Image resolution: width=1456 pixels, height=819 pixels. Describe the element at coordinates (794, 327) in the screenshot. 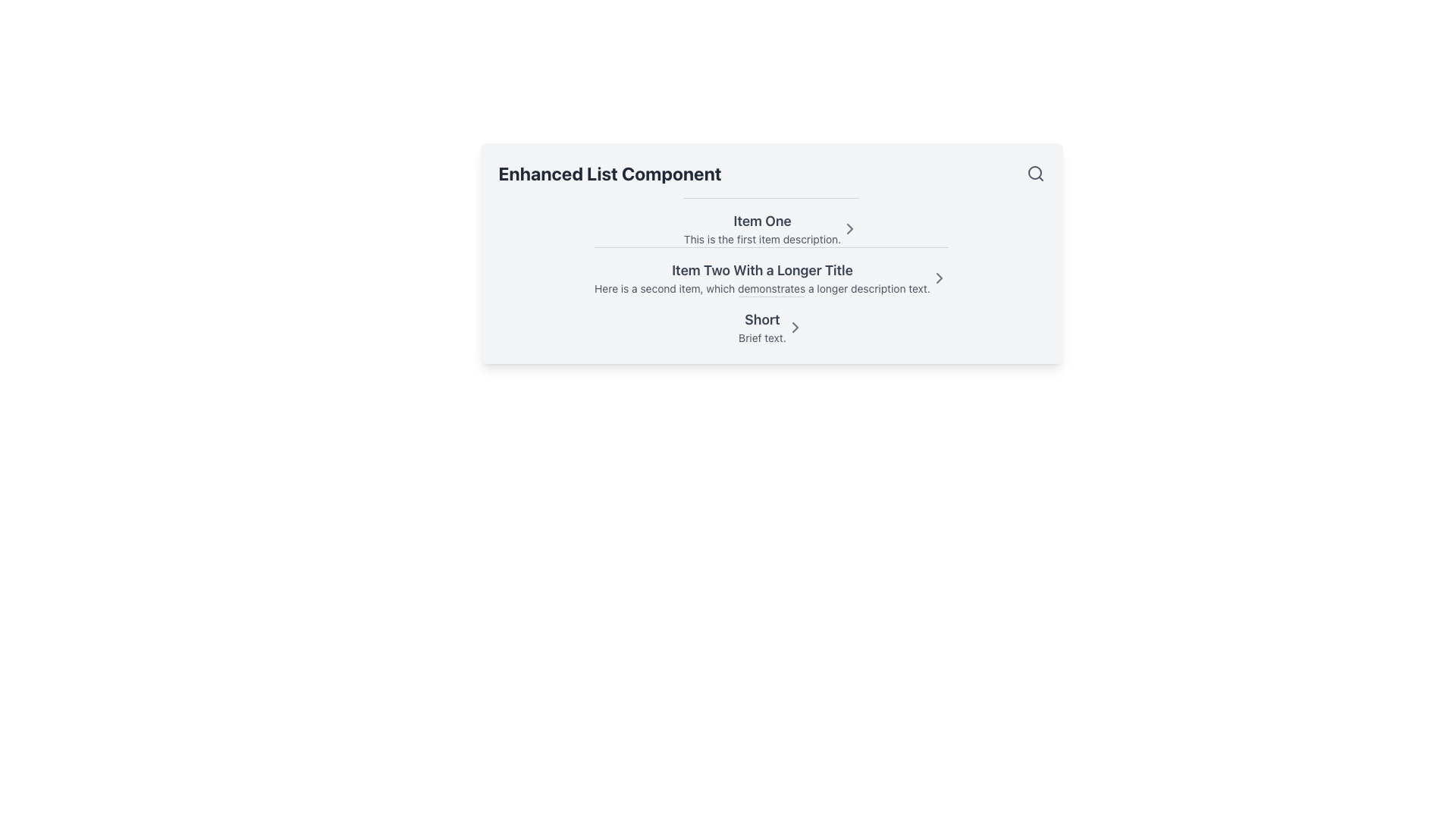

I see `the right-chevron icon styled with a gray color, positioned adjacent to the text 'Short'` at that location.